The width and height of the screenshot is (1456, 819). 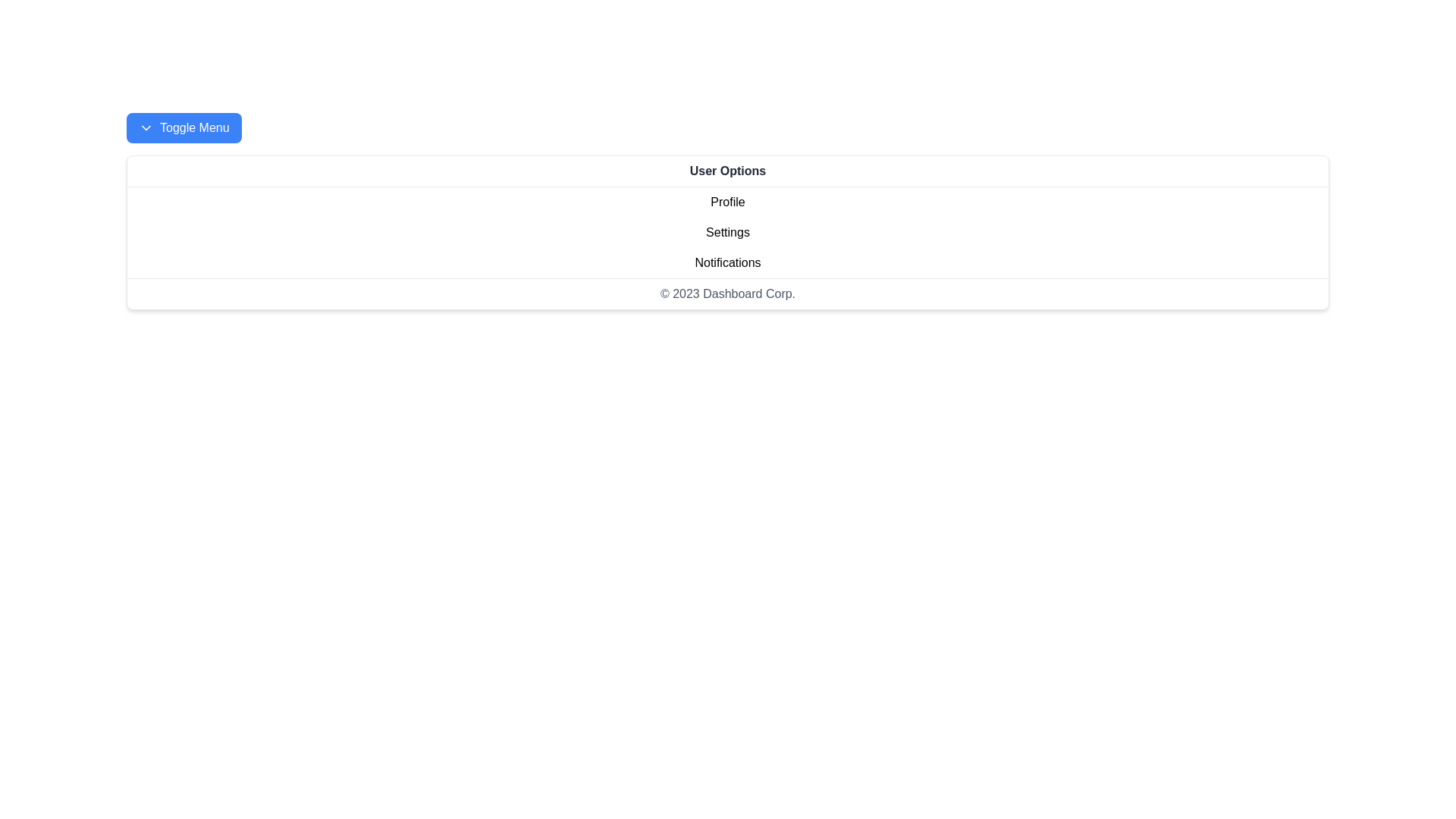 I want to click on the Settings from the User Options drawer, so click(x=728, y=233).